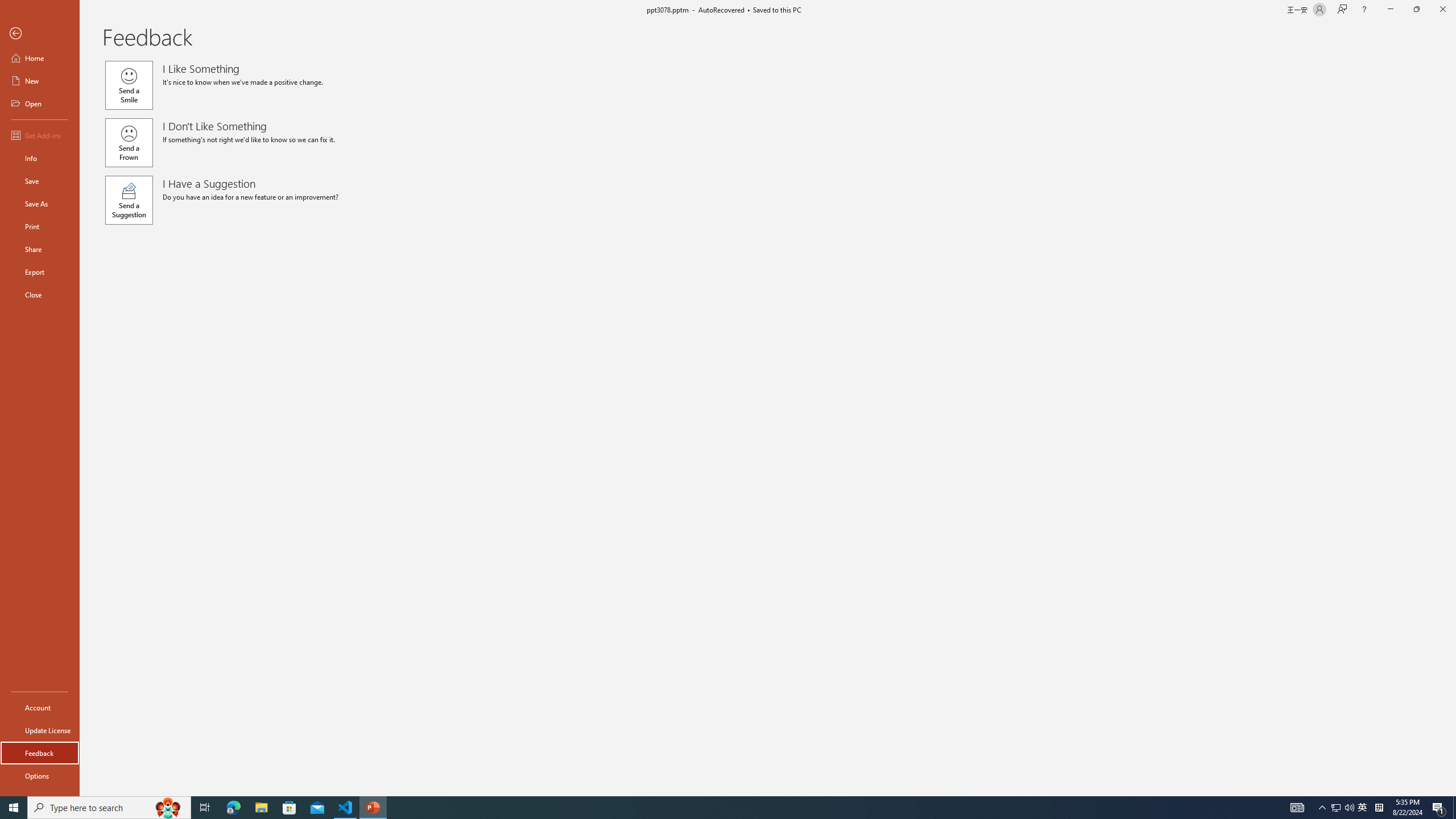  Describe the element at coordinates (39, 135) in the screenshot. I see `'Get Add-ins'` at that location.